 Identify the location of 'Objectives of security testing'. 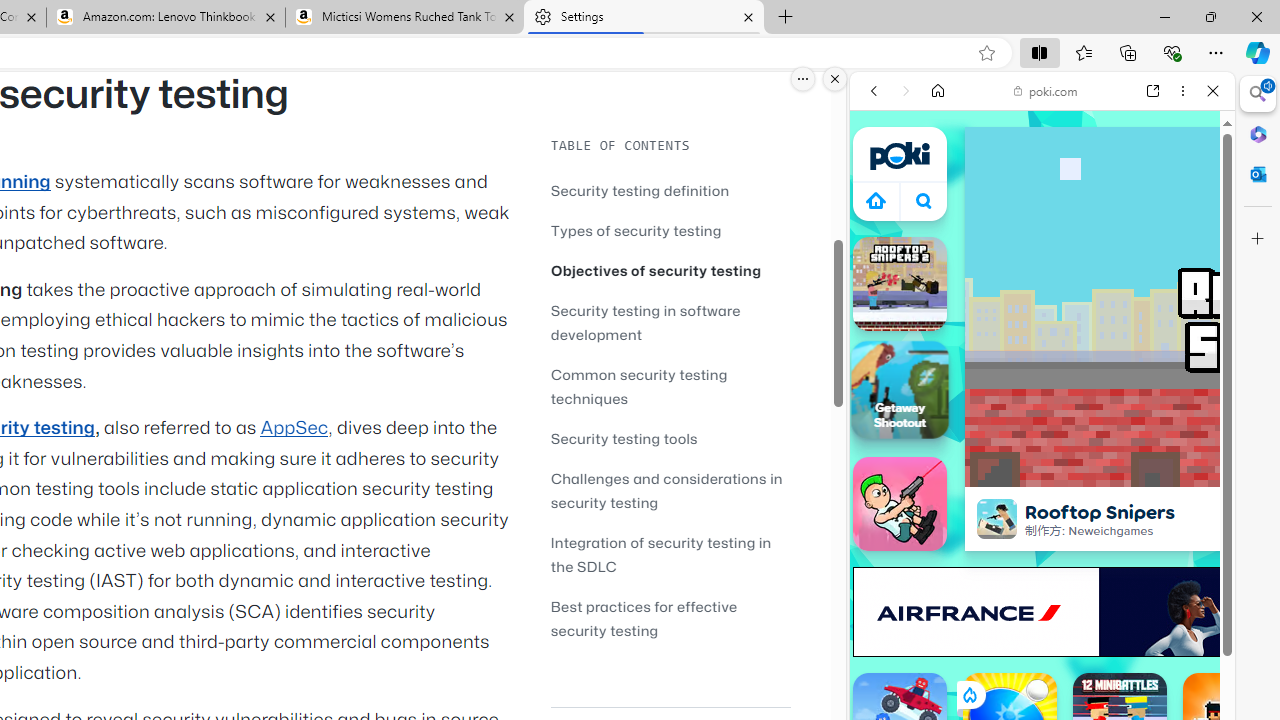
(670, 270).